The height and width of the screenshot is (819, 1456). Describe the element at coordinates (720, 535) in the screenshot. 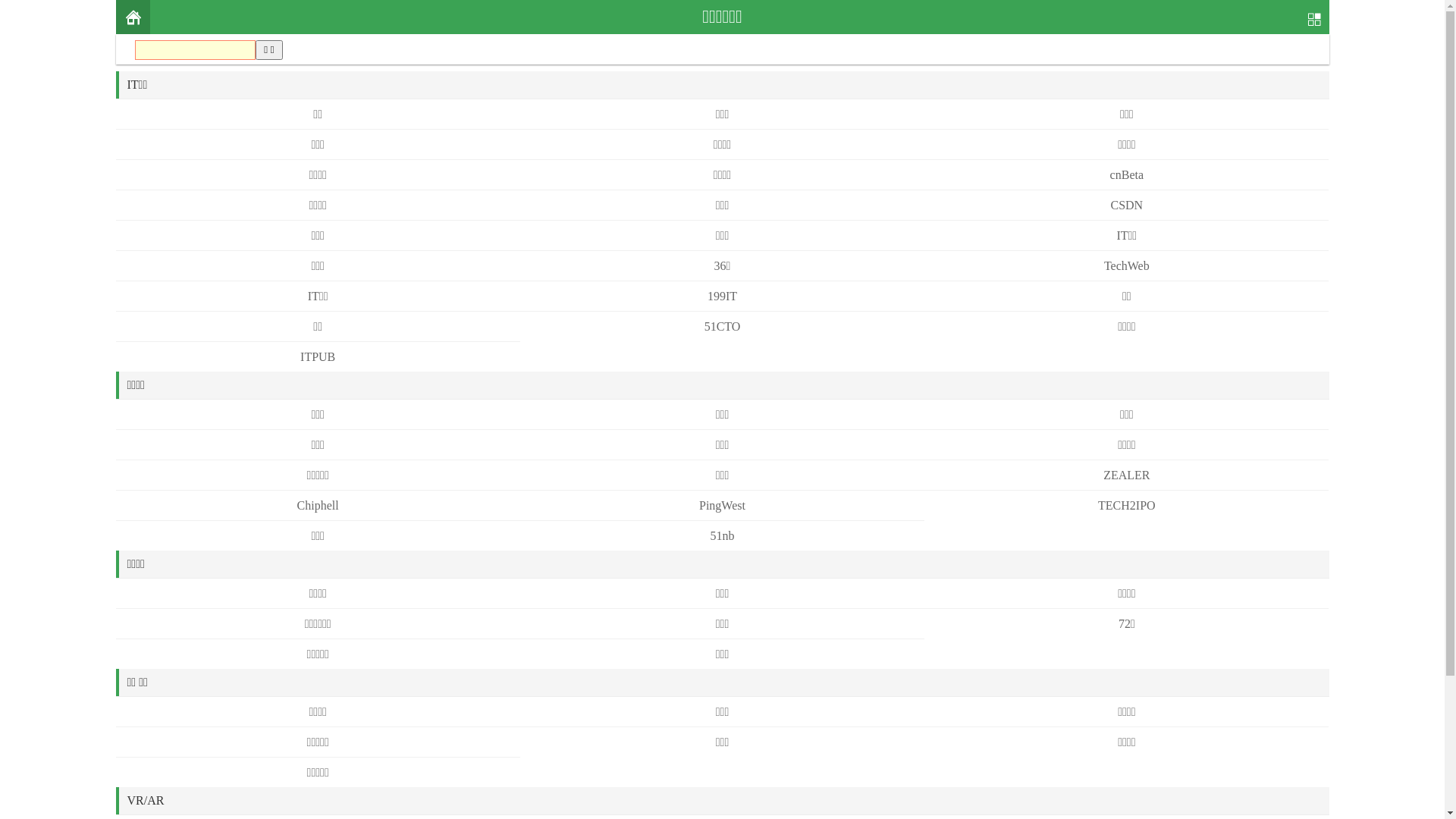

I see `'51nb'` at that location.